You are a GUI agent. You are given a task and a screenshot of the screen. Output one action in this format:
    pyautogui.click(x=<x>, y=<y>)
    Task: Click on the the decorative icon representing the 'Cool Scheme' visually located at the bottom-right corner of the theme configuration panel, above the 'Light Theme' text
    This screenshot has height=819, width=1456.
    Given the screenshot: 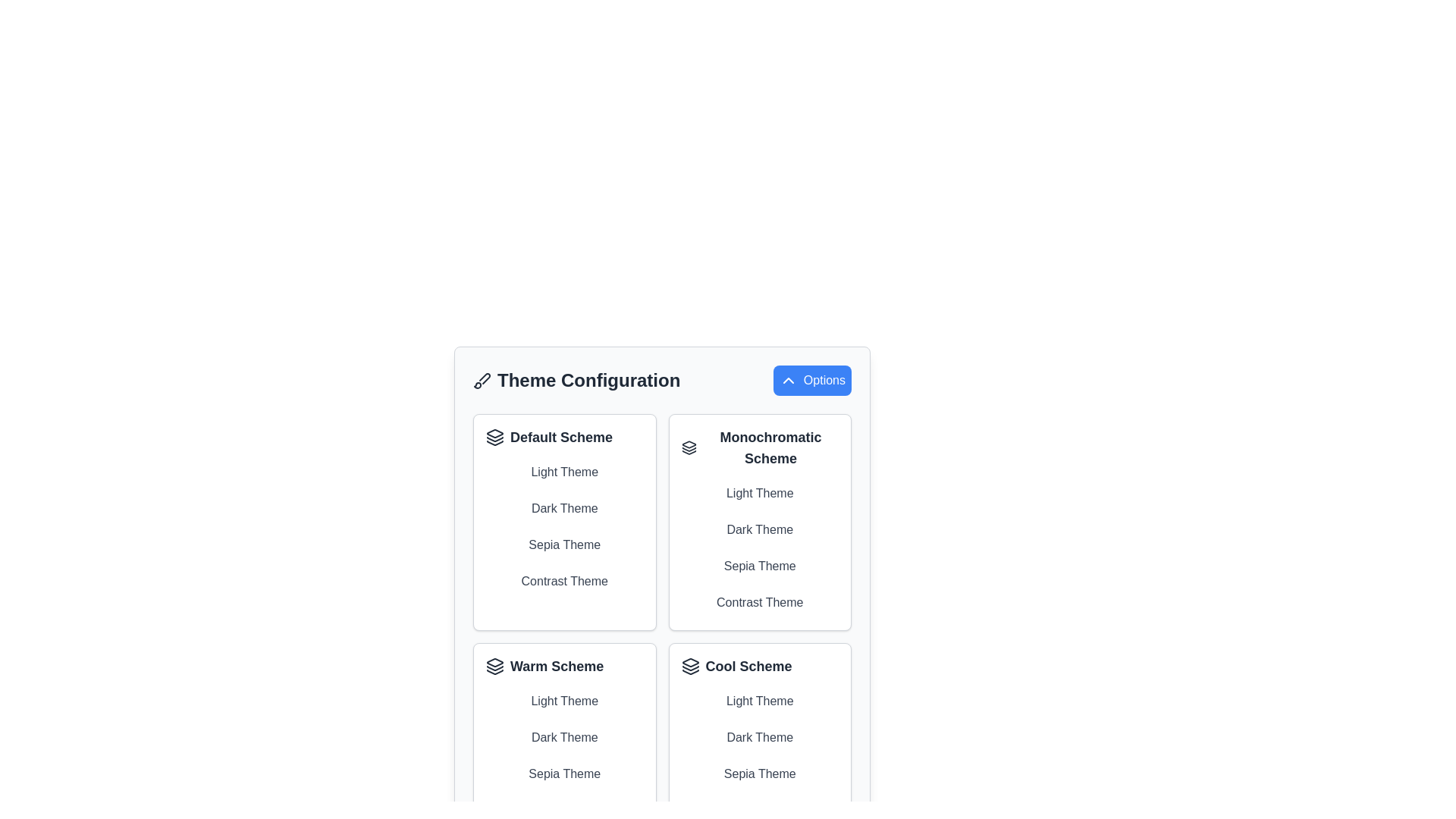 What is the action you would take?
    pyautogui.click(x=689, y=662)
    